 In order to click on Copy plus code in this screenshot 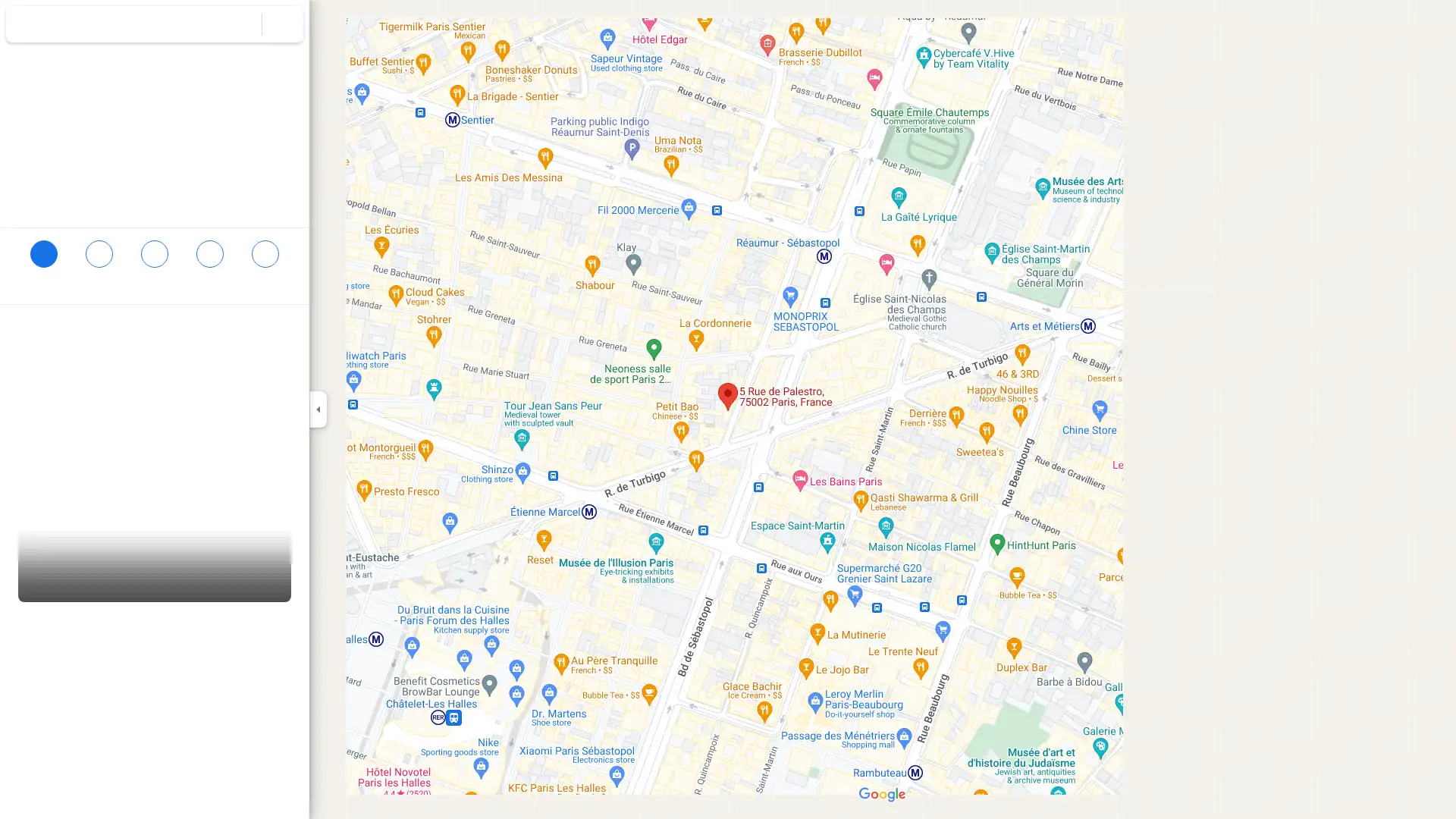, I will do `click(249, 362)`.